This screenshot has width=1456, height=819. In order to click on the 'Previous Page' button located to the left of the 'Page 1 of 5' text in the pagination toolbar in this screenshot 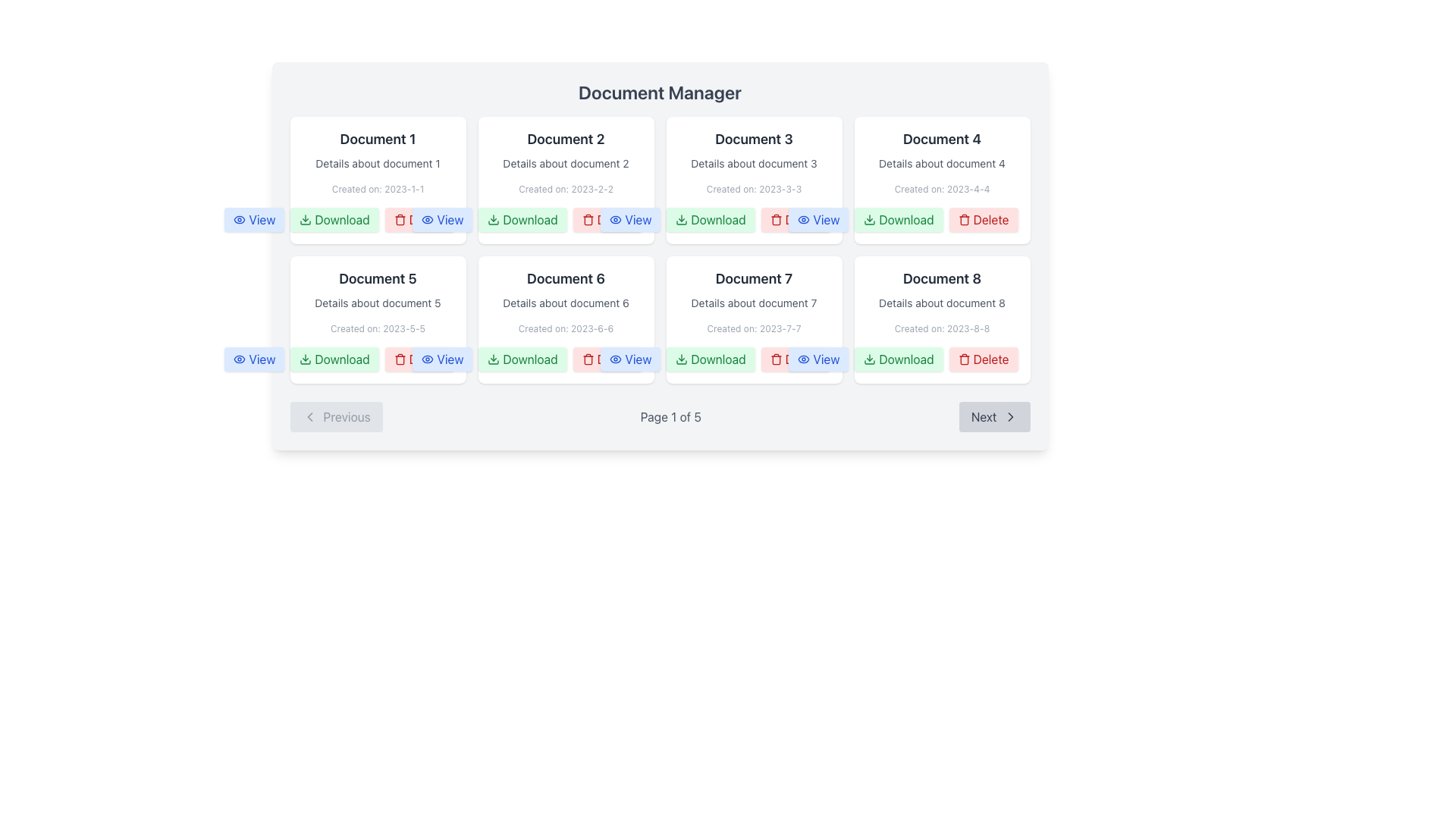, I will do `click(335, 417)`.